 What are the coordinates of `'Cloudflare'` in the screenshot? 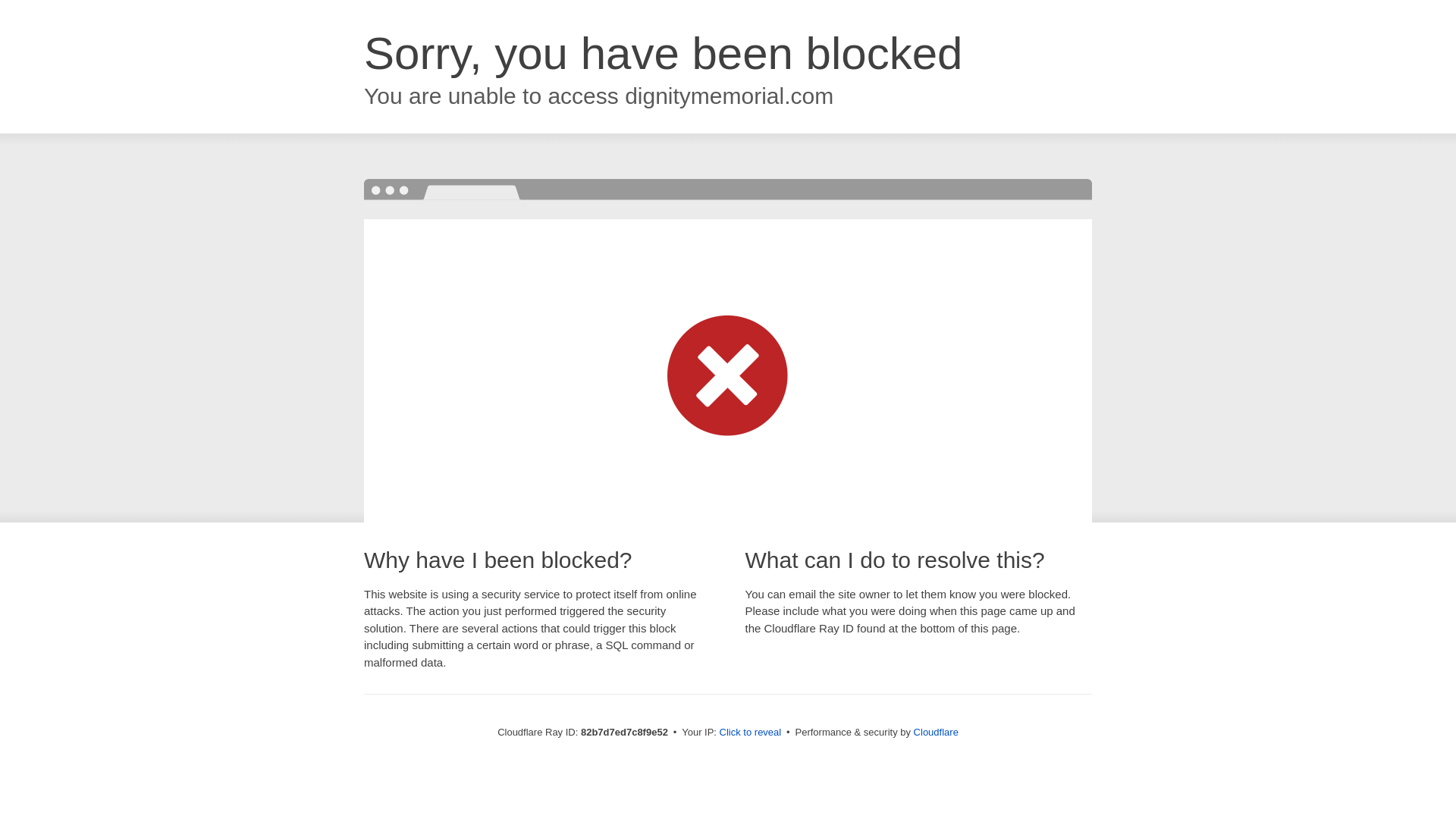 It's located at (935, 731).